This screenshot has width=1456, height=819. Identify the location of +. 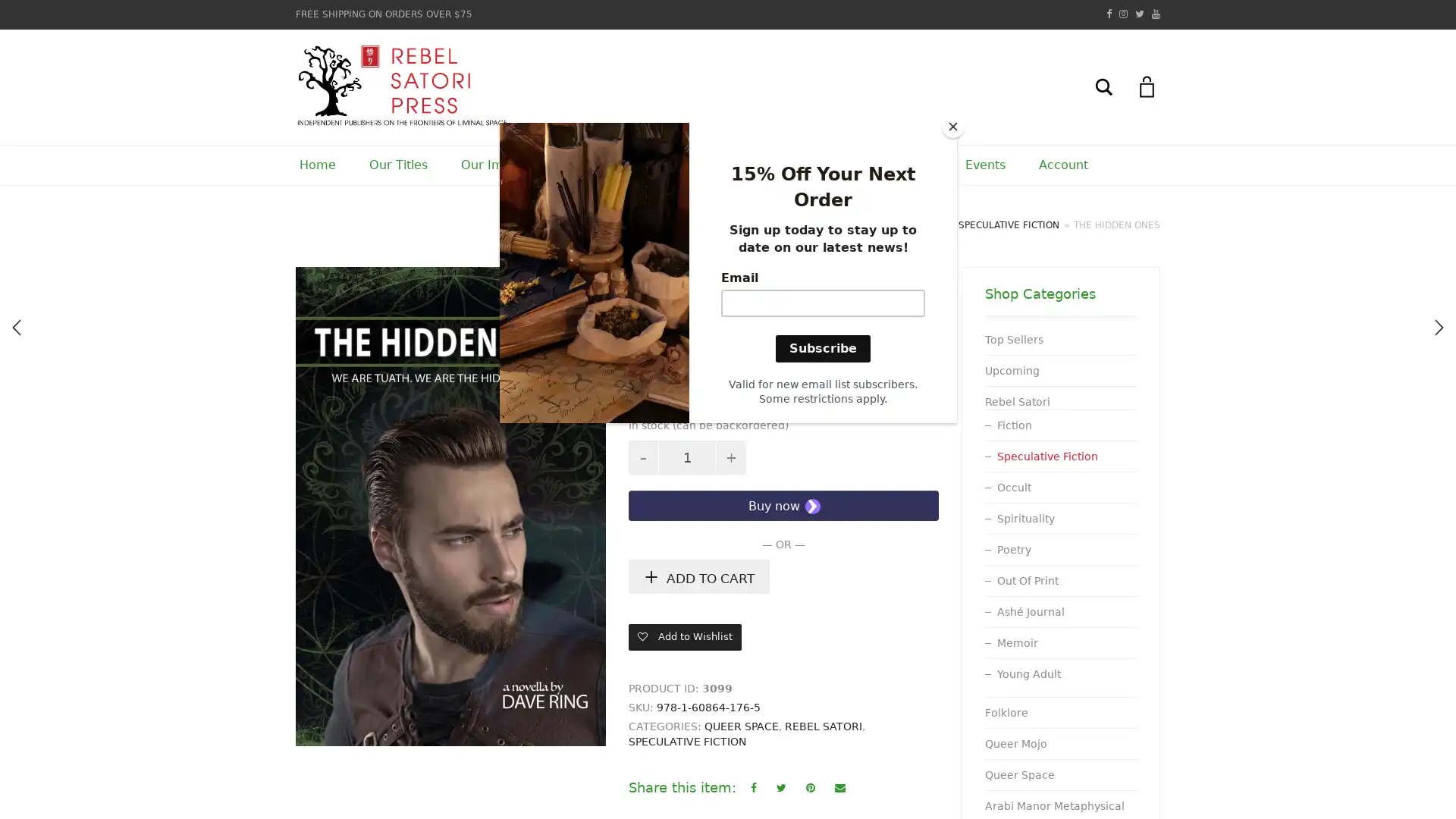
(315, 287).